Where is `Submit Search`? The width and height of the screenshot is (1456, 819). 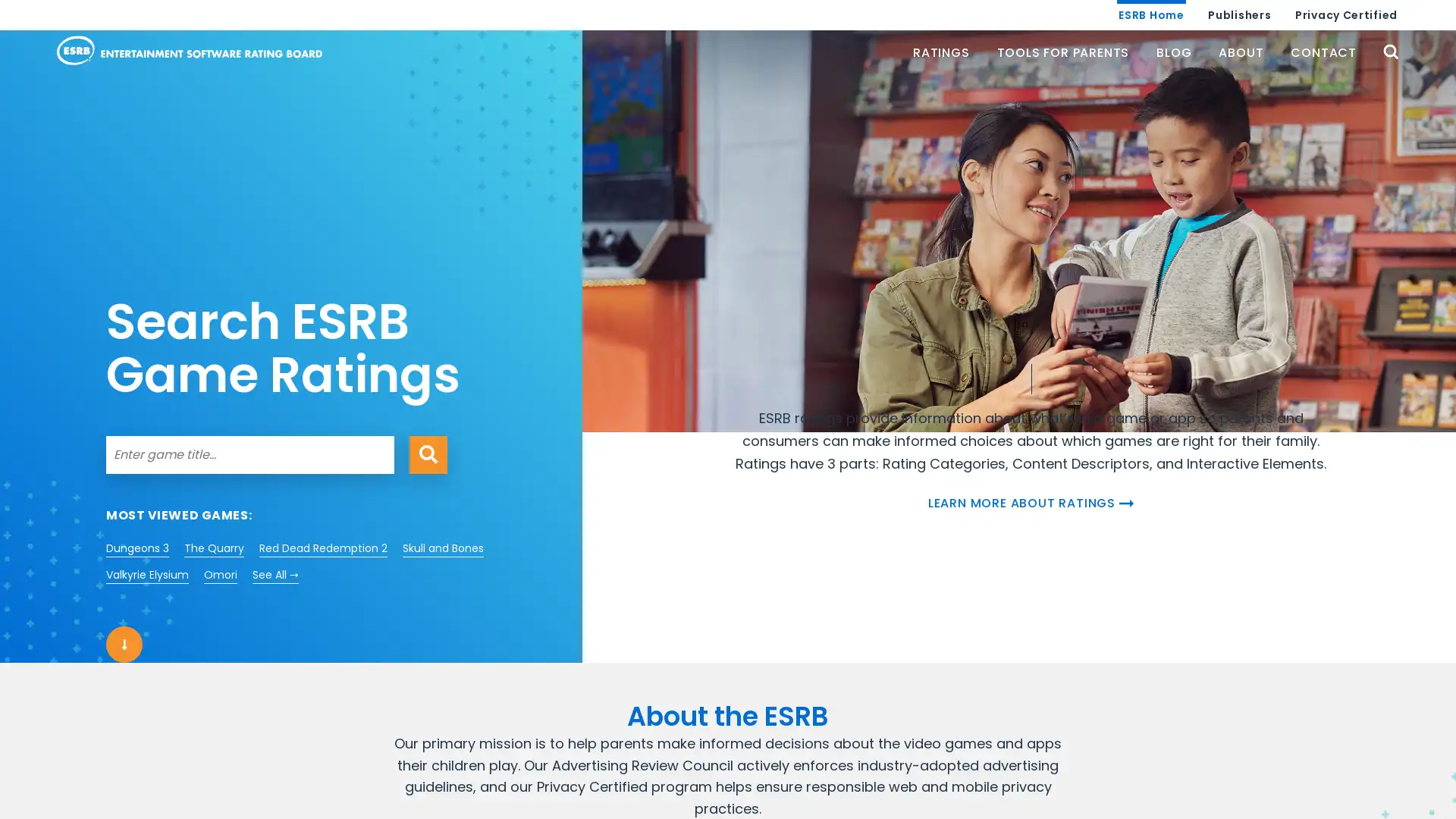
Submit Search is located at coordinates (428, 453).